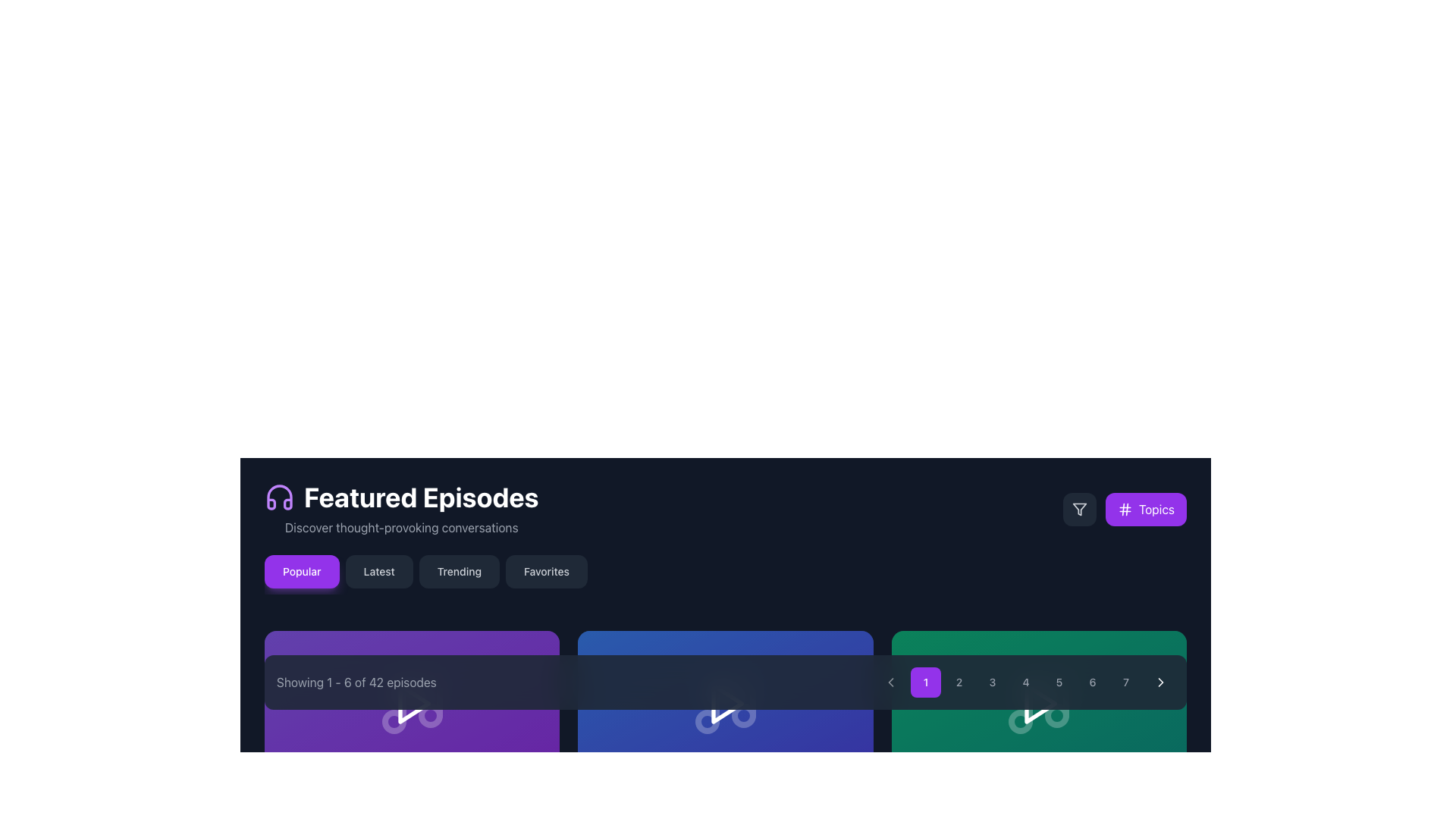  What do you see at coordinates (891, 681) in the screenshot?
I see `the pagination control icon located to the left of the button labeled '1', which allows users to navigate to the previous set of items` at bounding box center [891, 681].